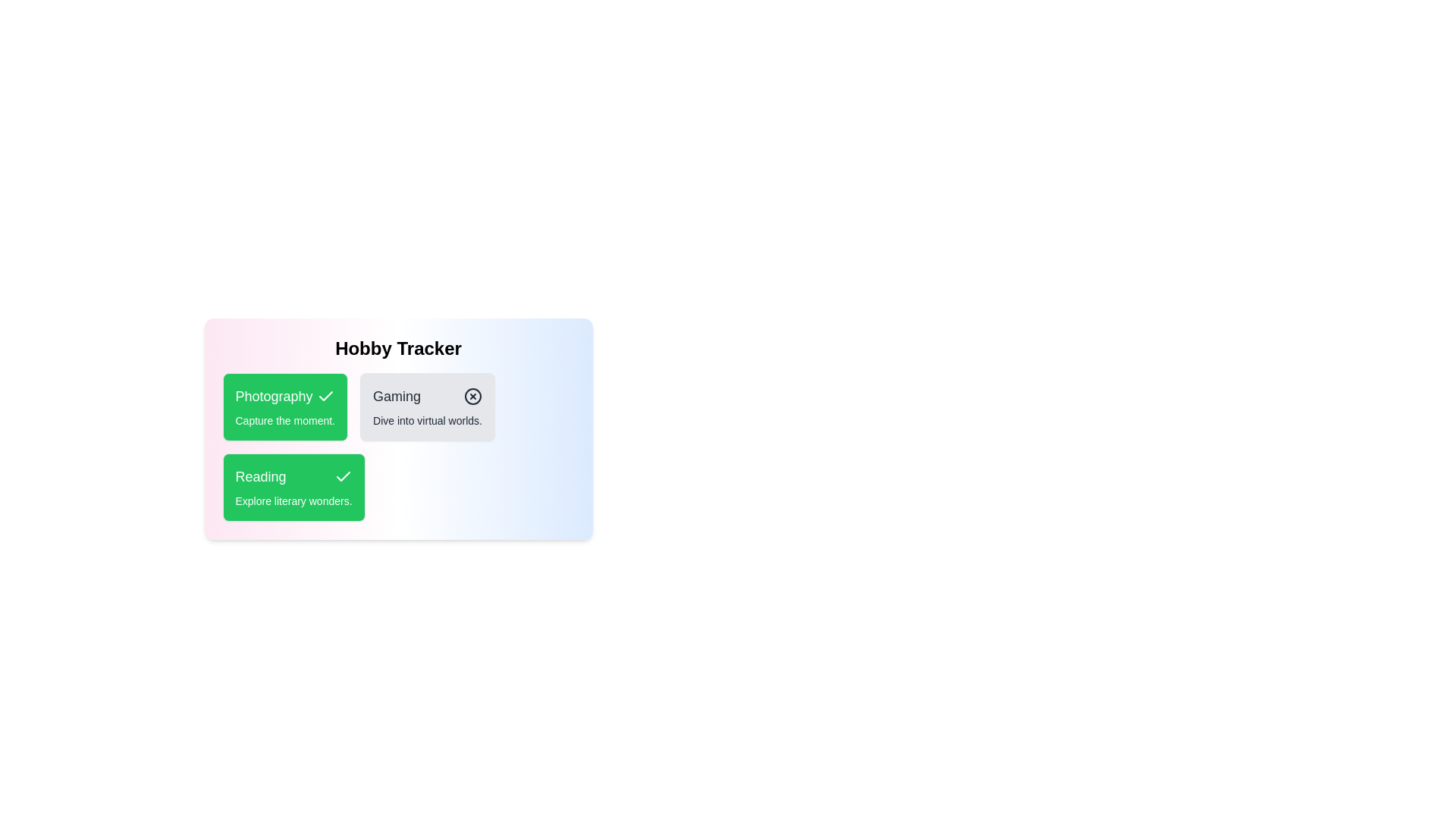 The width and height of the screenshot is (1456, 819). What do you see at coordinates (293, 488) in the screenshot?
I see `the hobby card labeled Reading` at bounding box center [293, 488].